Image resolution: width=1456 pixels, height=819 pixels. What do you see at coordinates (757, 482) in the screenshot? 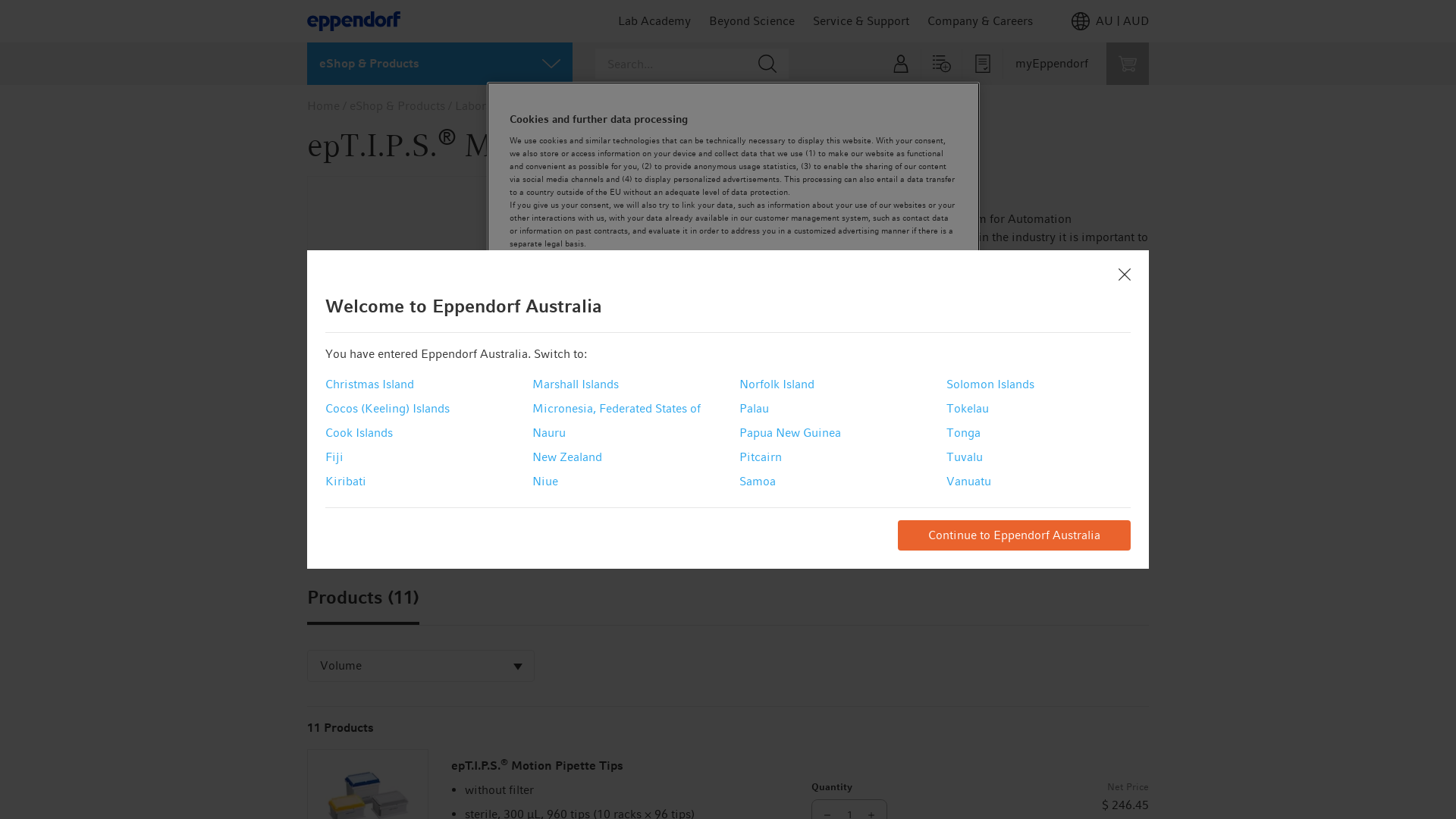
I see `'Samoa'` at bounding box center [757, 482].